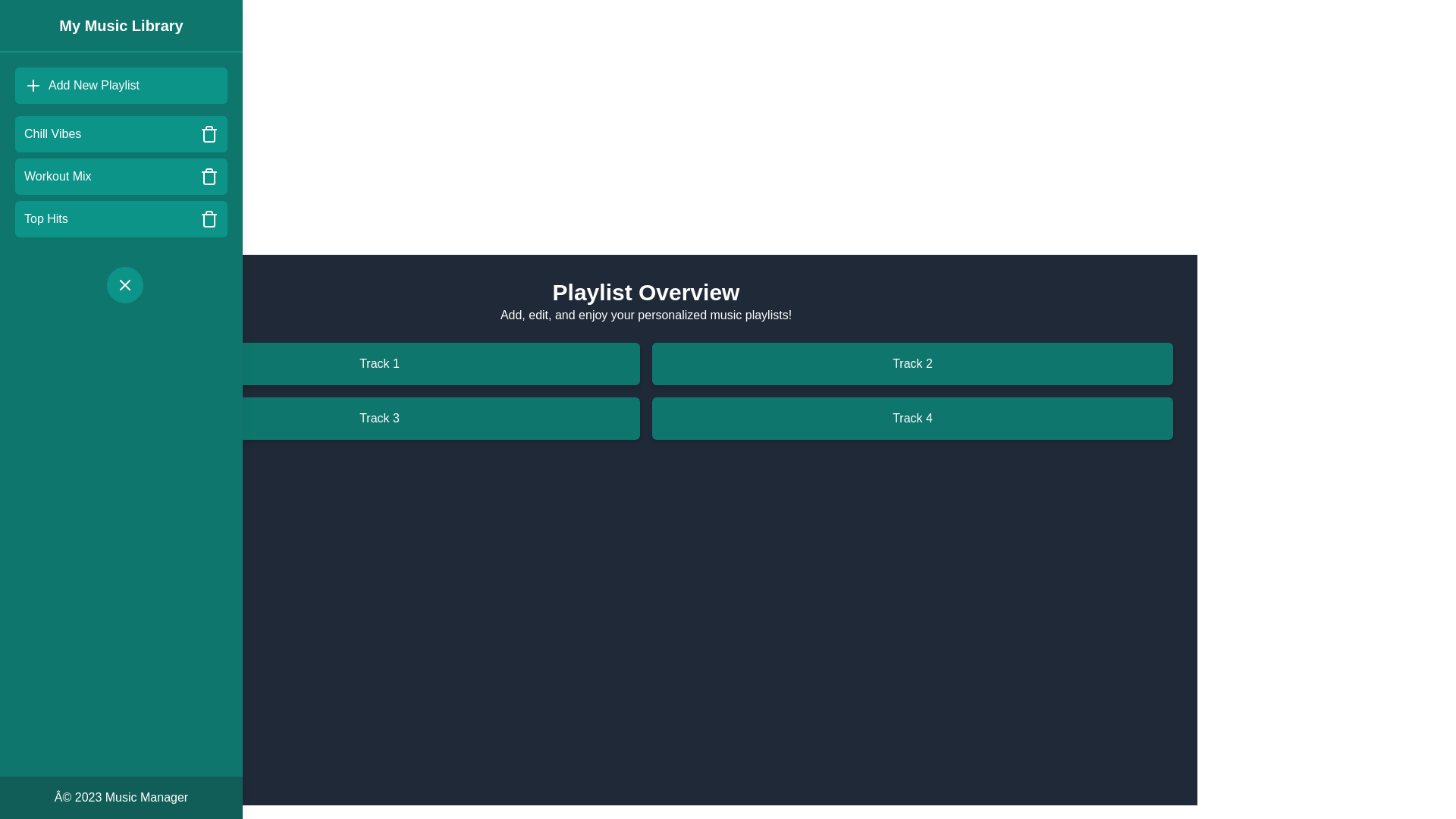  Describe the element at coordinates (124, 284) in the screenshot. I see `the circular teal button with a white 'X' icon located below the 'Top Hits' playlist in the left-side navigation panel` at that location.